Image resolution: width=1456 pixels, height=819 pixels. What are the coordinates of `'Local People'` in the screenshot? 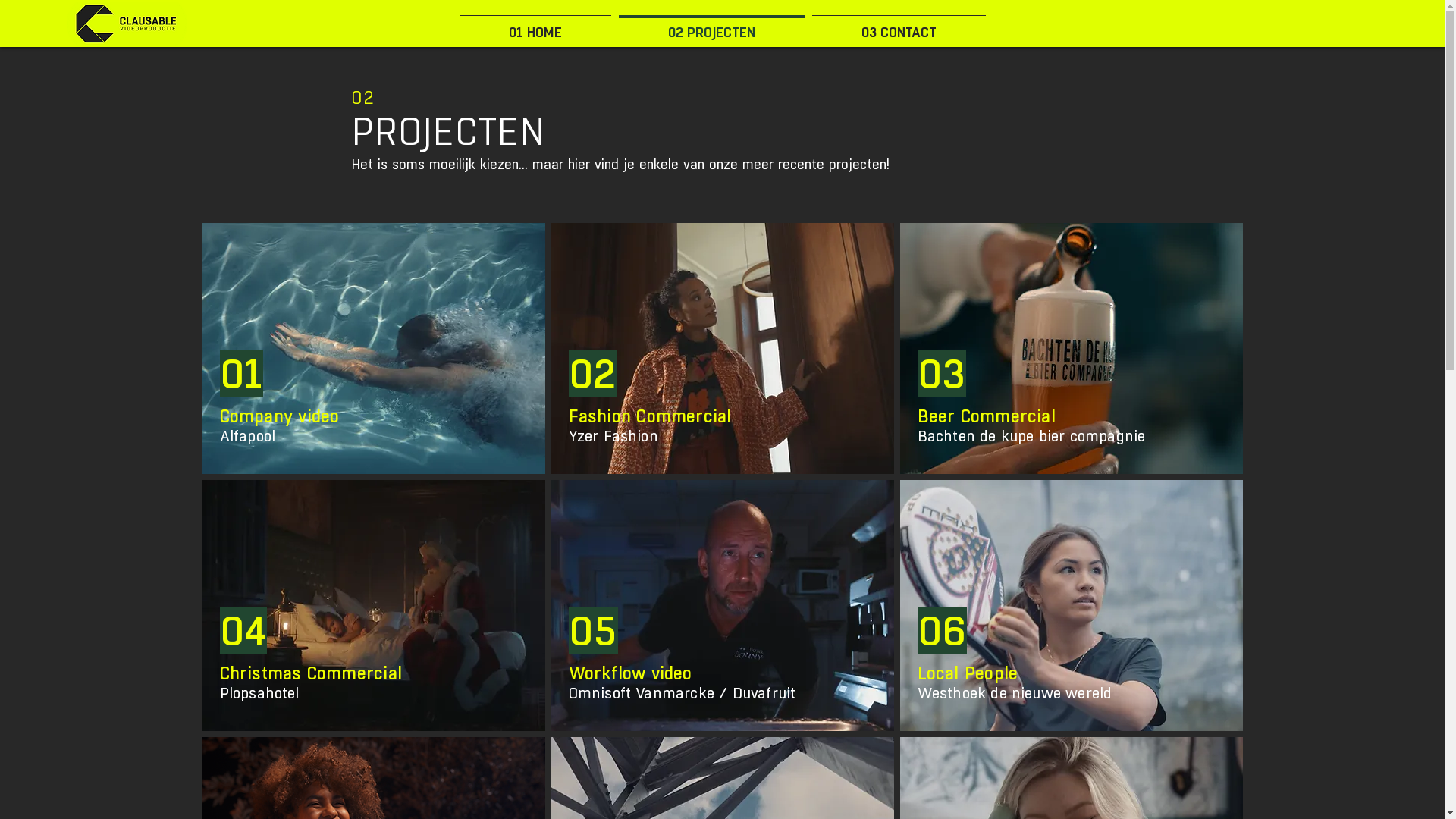 It's located at (967, 672).